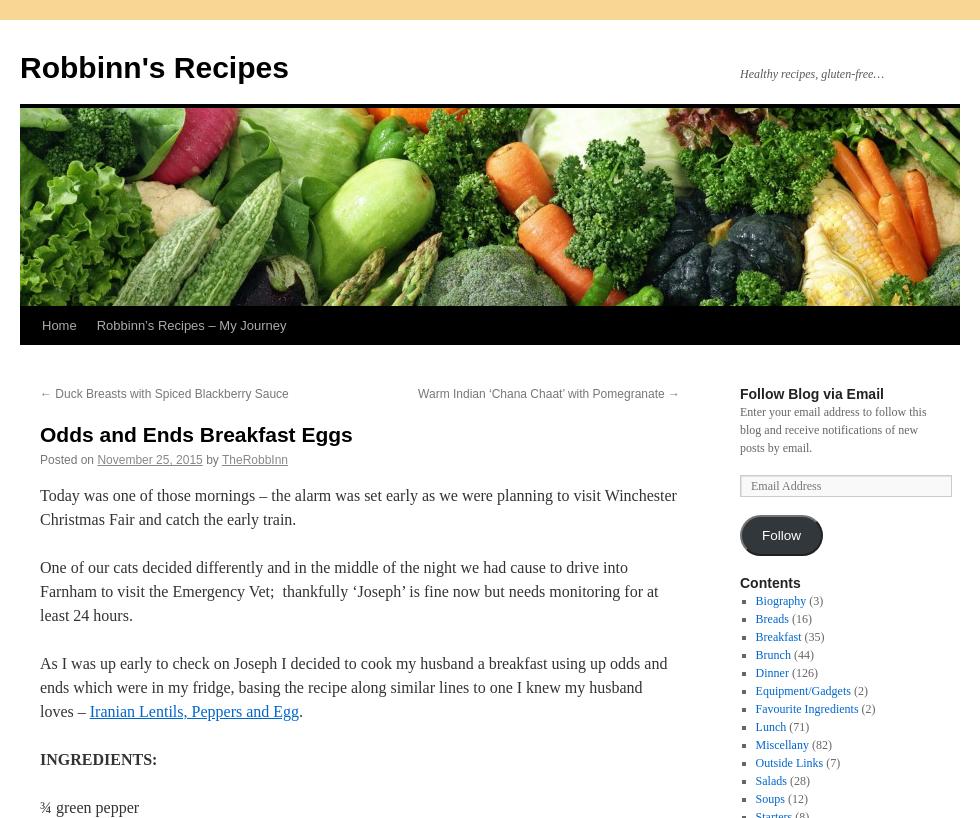  What do you see at coordinates (802, 689) in the screenshot?
I see `'Equipment/Gadgets'` at bounding box center [802, 689].